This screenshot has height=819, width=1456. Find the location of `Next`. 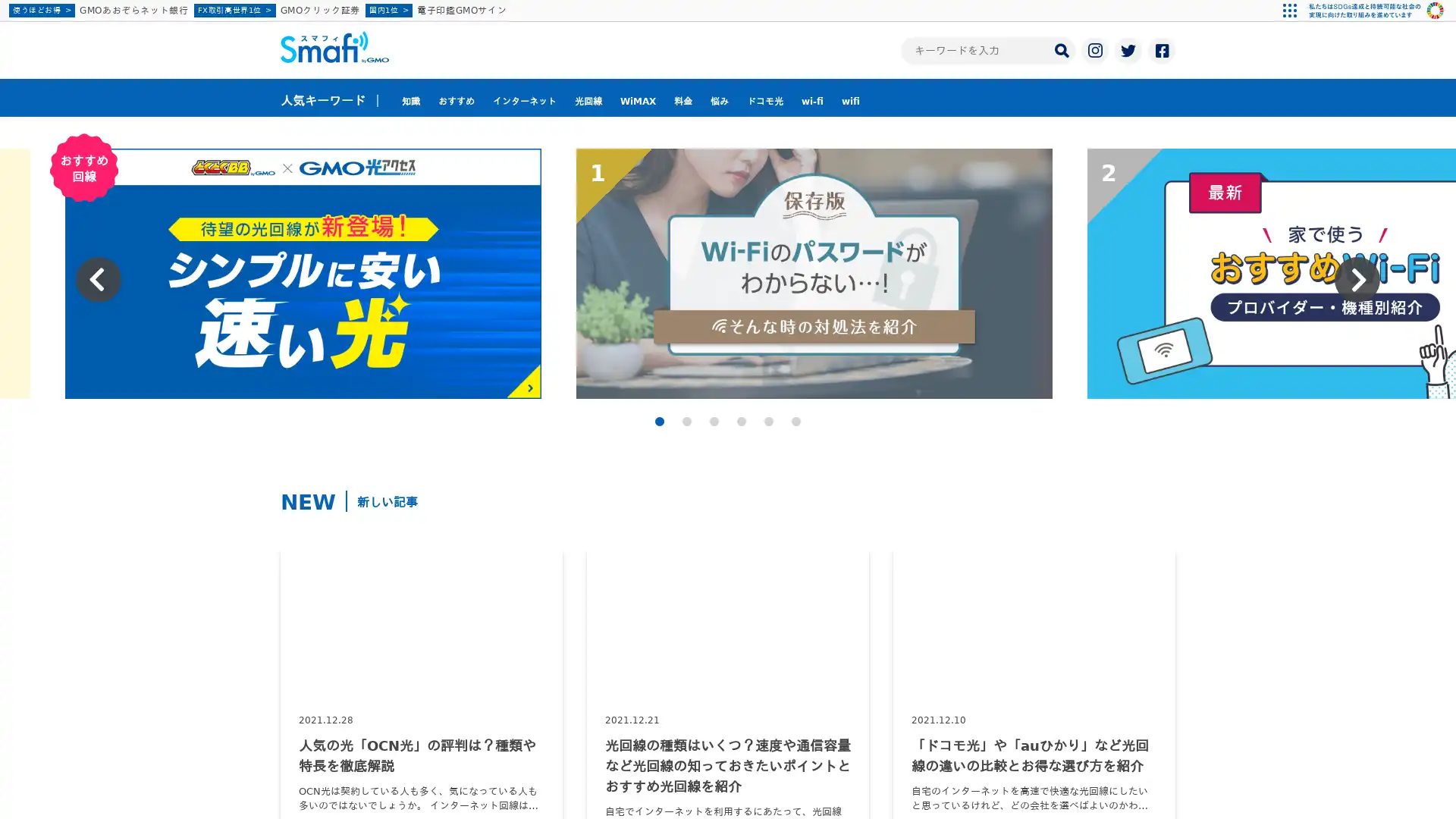

Next is located at coordinates (1357, 280).